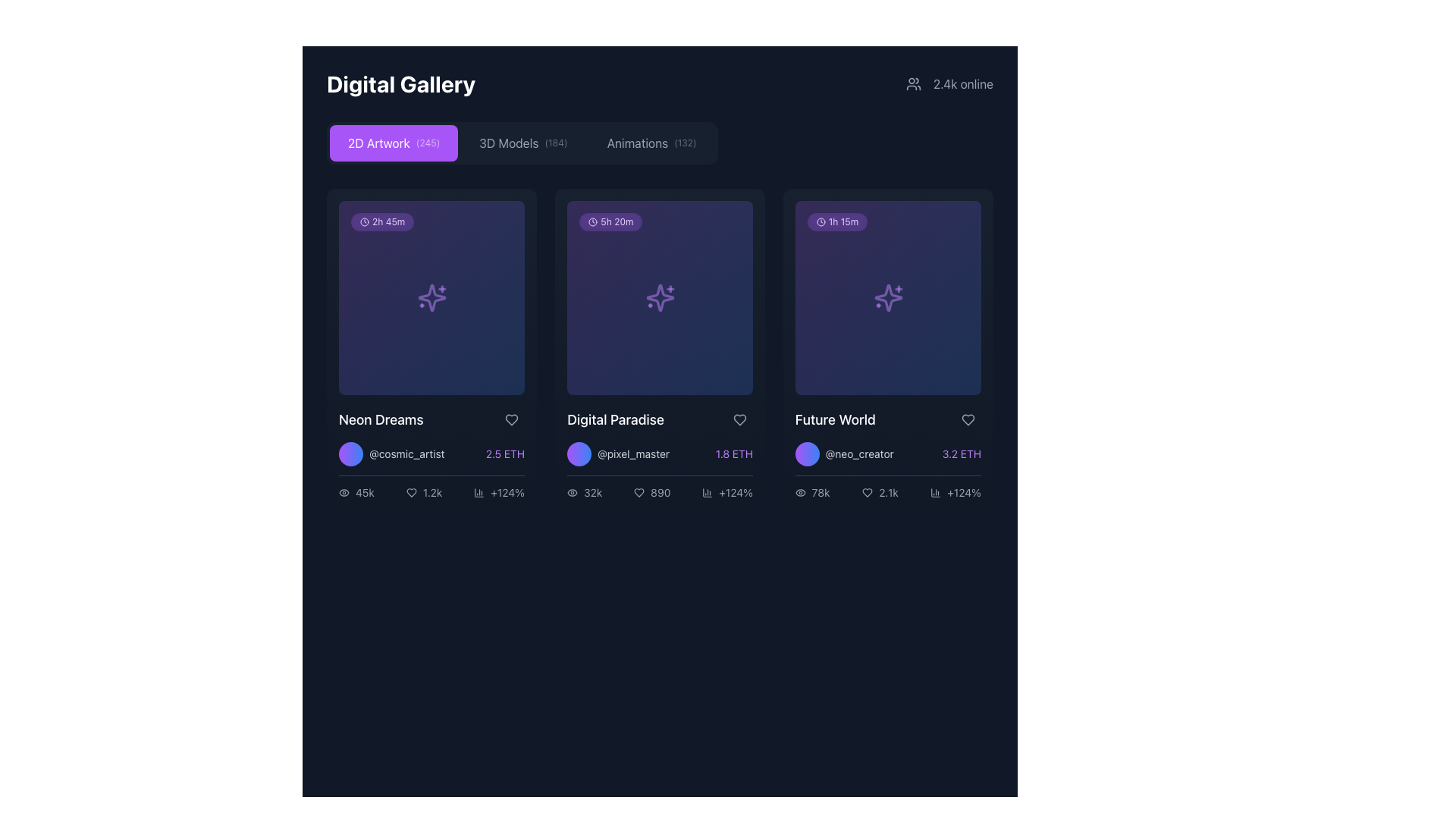 The height and width of the screenshot is (819, 1456). I want to click on the heart icon located at the lower-right corner of the 'Digital Paradise' card, so click(639, 493).